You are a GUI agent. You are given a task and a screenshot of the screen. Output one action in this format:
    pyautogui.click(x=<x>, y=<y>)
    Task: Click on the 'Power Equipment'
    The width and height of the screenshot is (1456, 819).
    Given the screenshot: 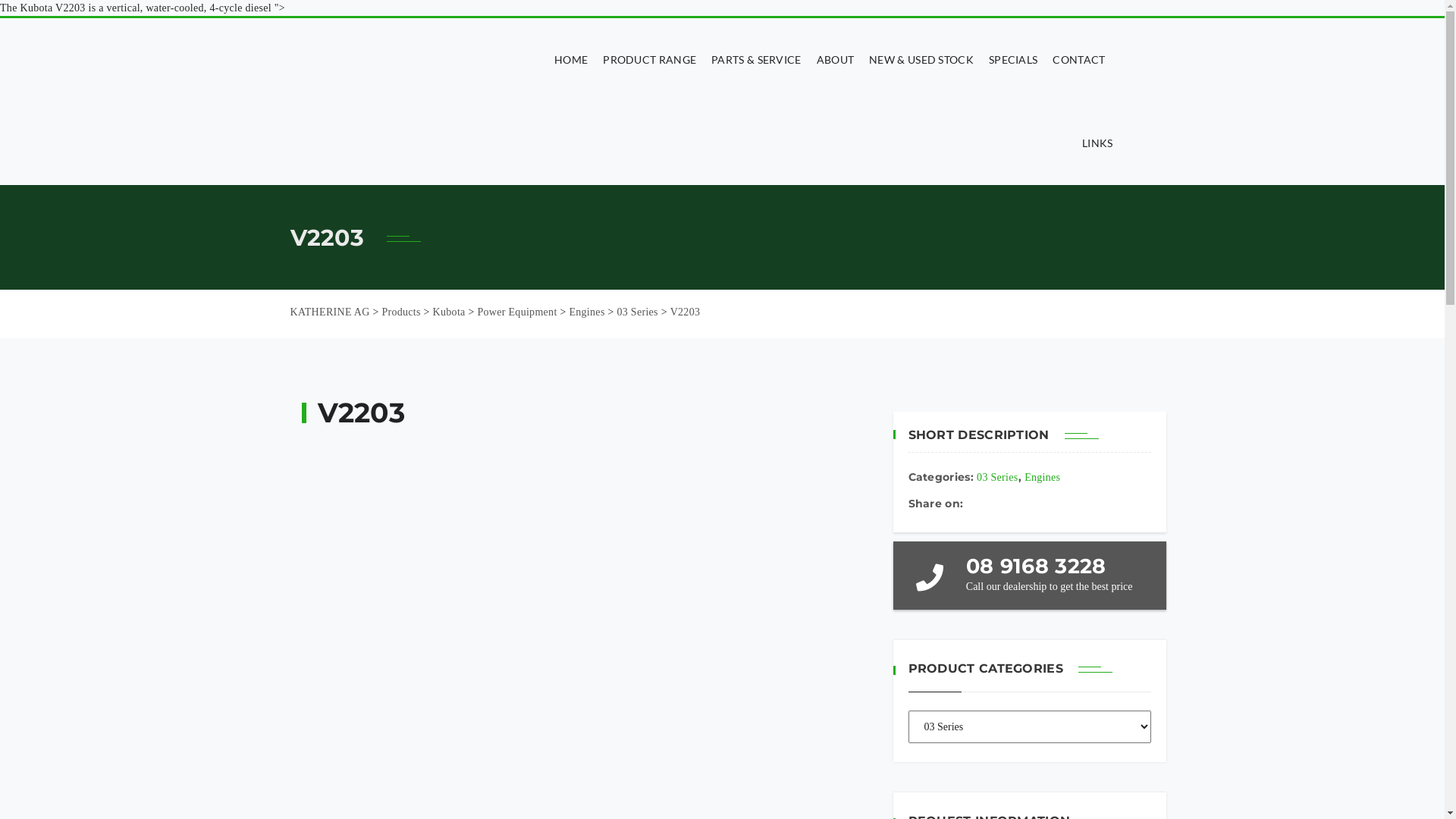 What is the action you would take?
    pyautogui.click(x=516, y=311)
    